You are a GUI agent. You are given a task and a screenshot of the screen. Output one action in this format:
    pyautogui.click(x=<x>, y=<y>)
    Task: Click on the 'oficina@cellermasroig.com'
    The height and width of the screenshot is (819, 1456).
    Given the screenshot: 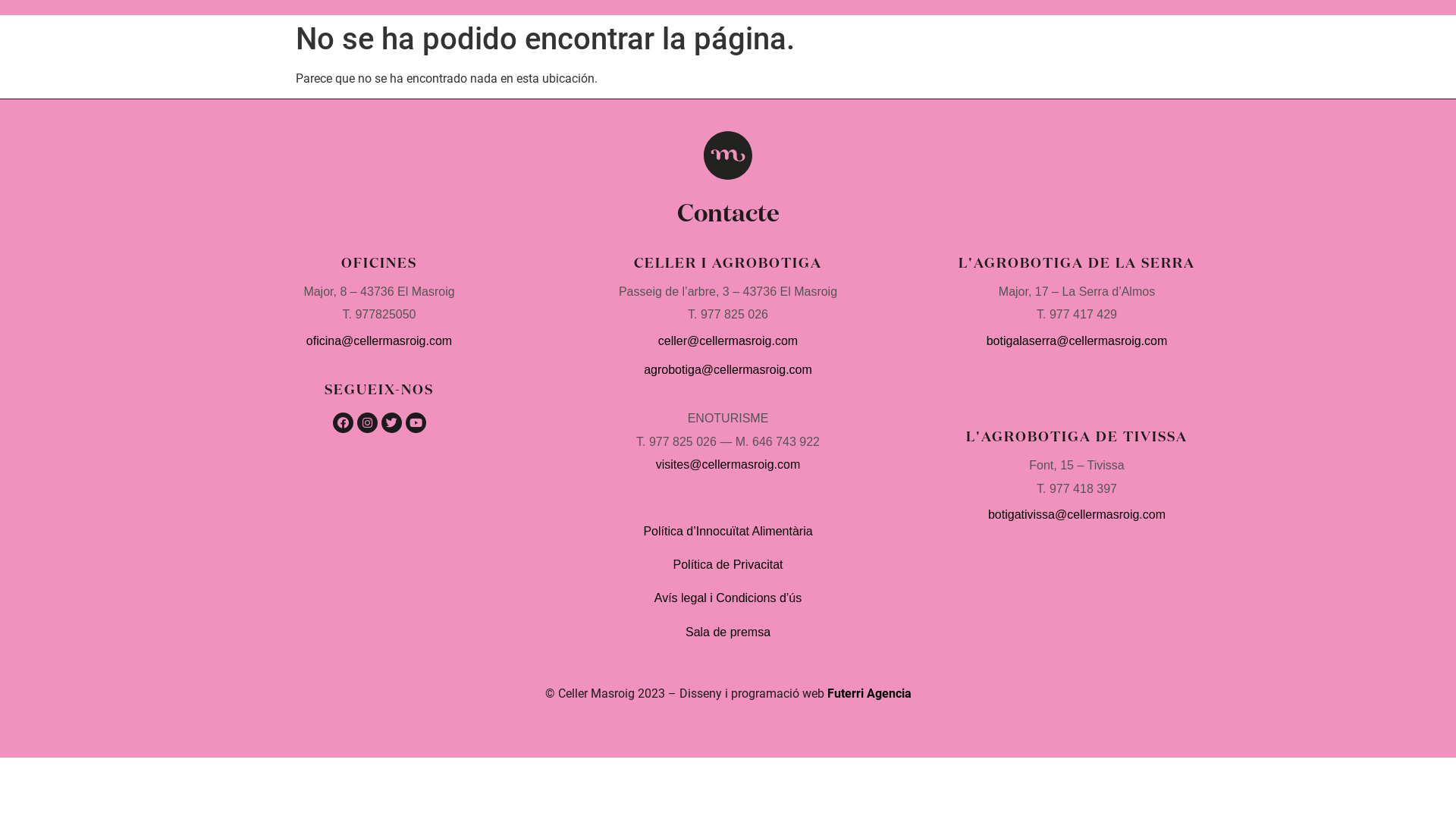 What is the action you would take?
    pyautogui.click(x=378, y=340)
    